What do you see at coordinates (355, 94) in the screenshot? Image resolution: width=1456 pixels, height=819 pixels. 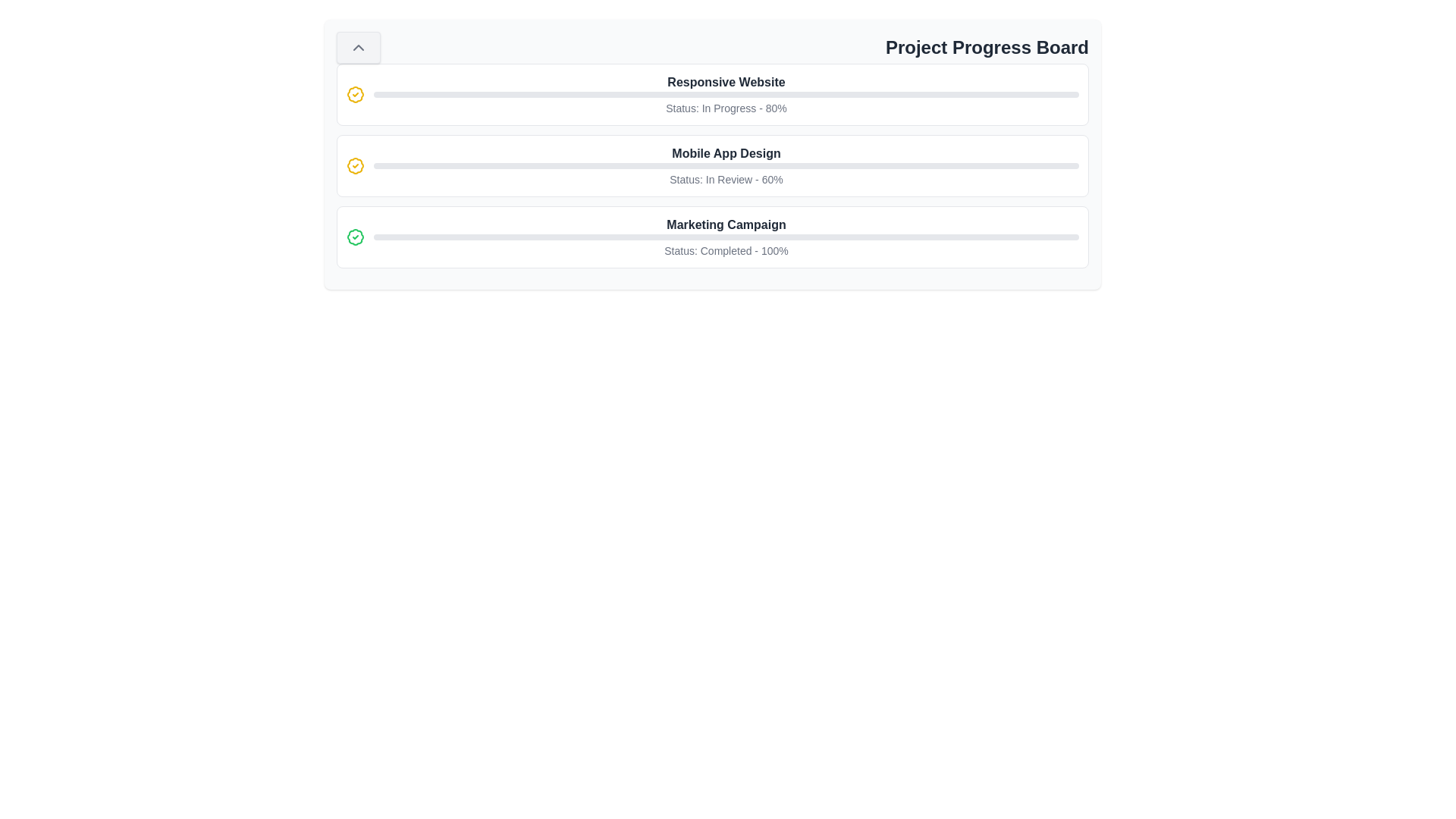 I see `the status indicator icon on the left side of the first row labeled 'Responsive Website'` at bounding box center [355, 94].